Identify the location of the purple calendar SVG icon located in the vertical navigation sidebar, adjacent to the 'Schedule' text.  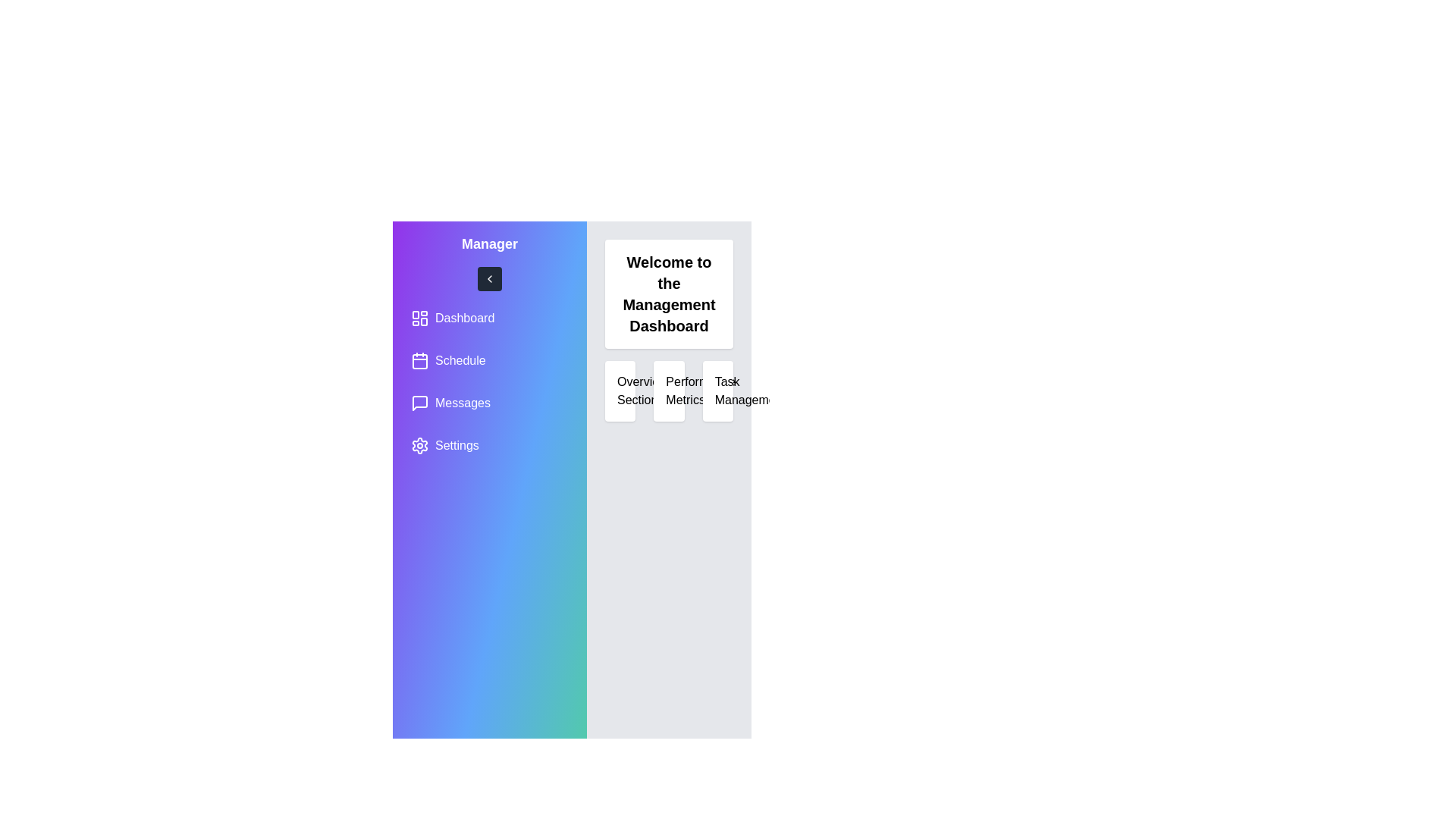
(419, 360).